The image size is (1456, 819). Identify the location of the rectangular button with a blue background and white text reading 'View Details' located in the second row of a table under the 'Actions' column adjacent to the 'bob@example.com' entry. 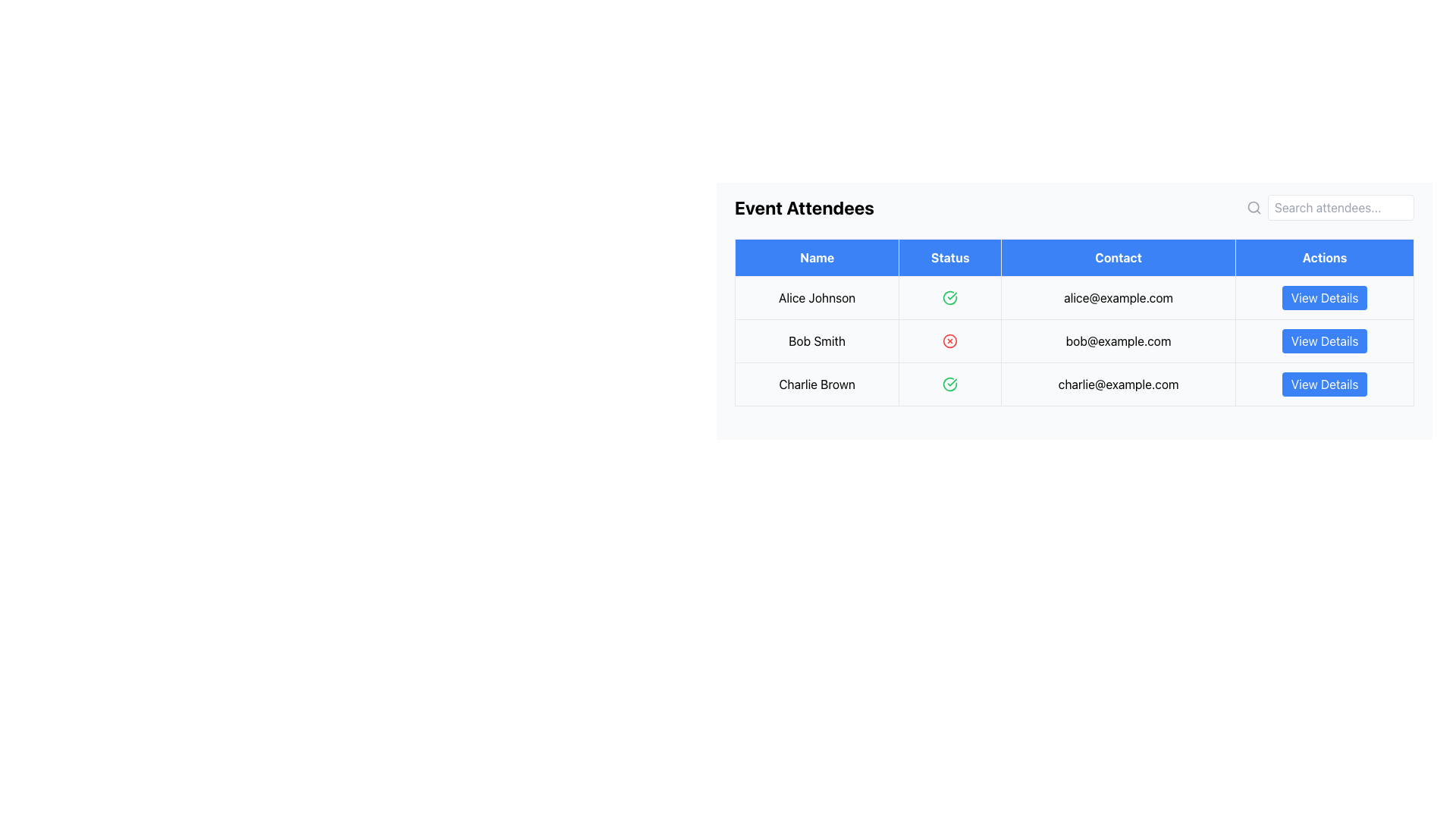
(1324, 341).